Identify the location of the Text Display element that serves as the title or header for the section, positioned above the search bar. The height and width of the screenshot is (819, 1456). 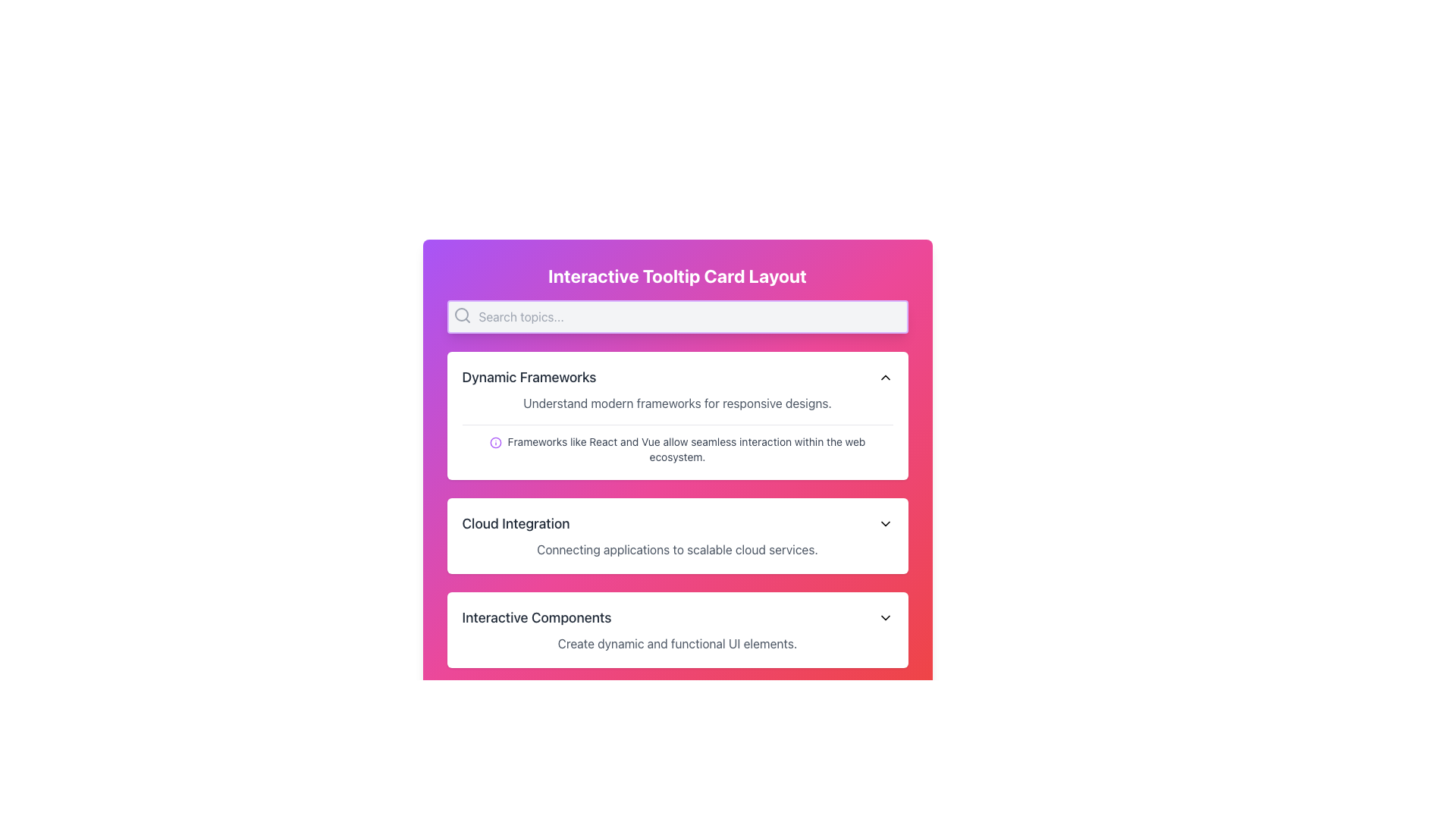
(676, 298).